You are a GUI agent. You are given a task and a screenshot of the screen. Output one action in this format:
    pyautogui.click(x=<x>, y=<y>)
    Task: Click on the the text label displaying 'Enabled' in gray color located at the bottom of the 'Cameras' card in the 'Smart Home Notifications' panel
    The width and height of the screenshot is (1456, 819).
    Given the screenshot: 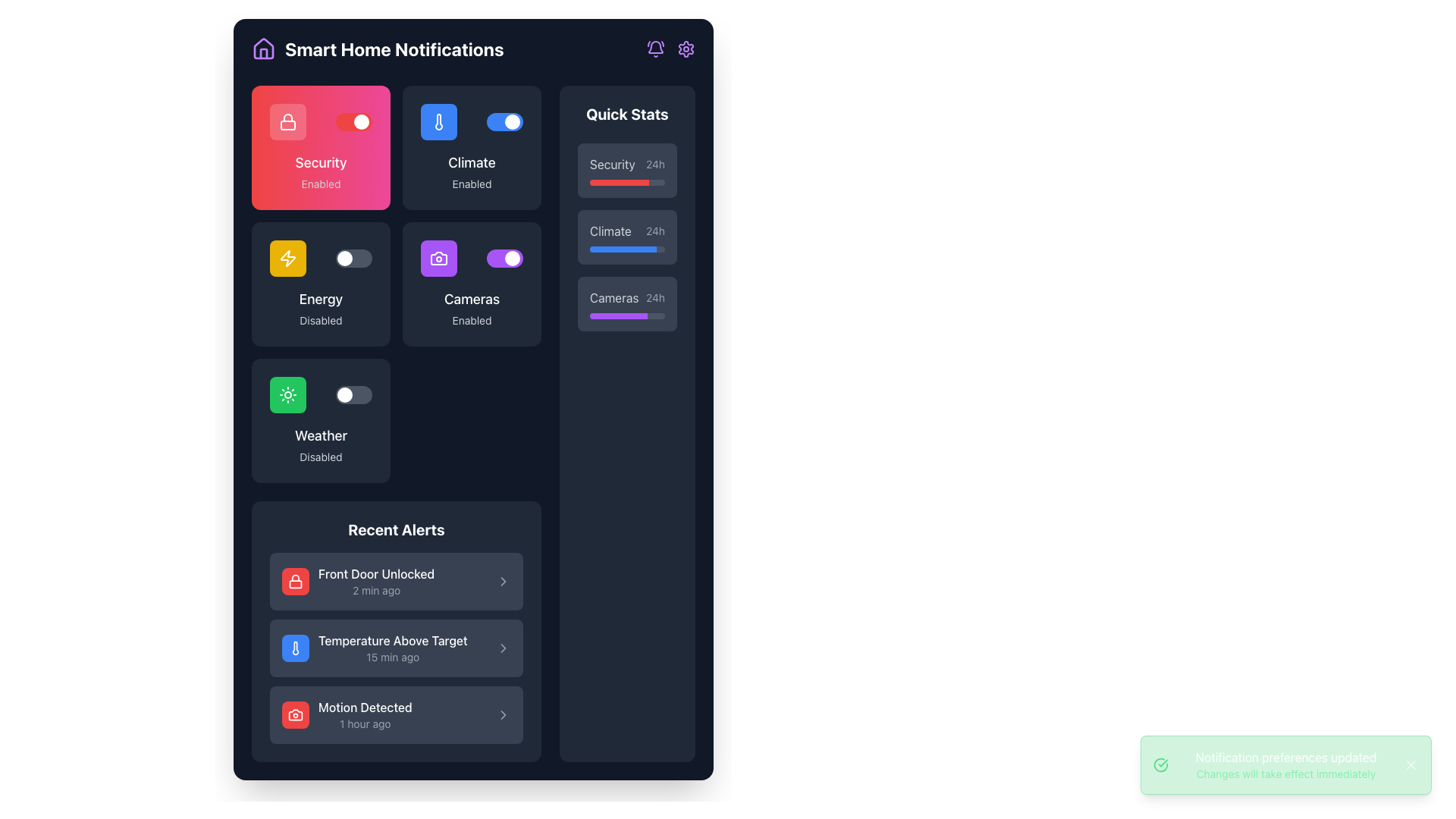 What is the action you would take?
    pyautogui.click(x=471, y=320)
    